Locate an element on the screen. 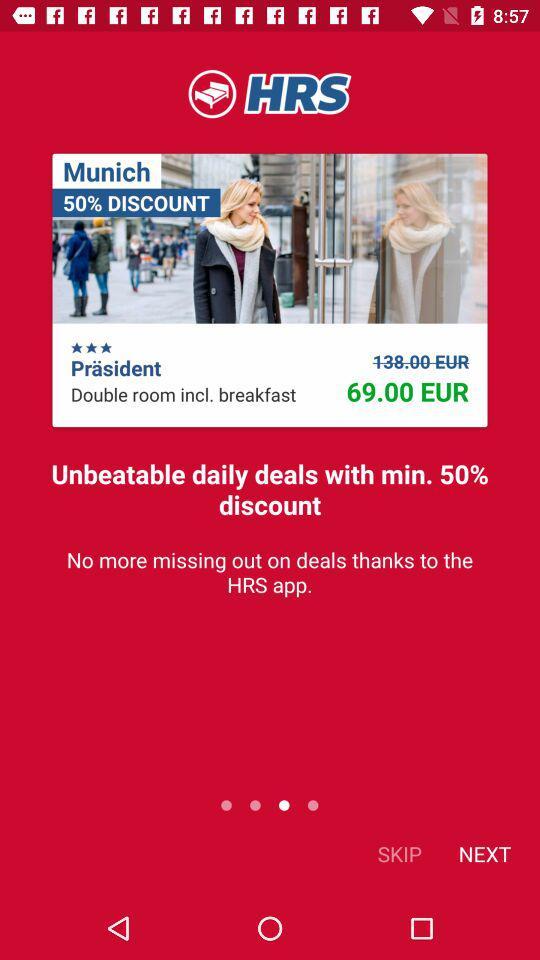 This screenshot has height=960, width=540. the next icon is located at coordinates (483, 852).